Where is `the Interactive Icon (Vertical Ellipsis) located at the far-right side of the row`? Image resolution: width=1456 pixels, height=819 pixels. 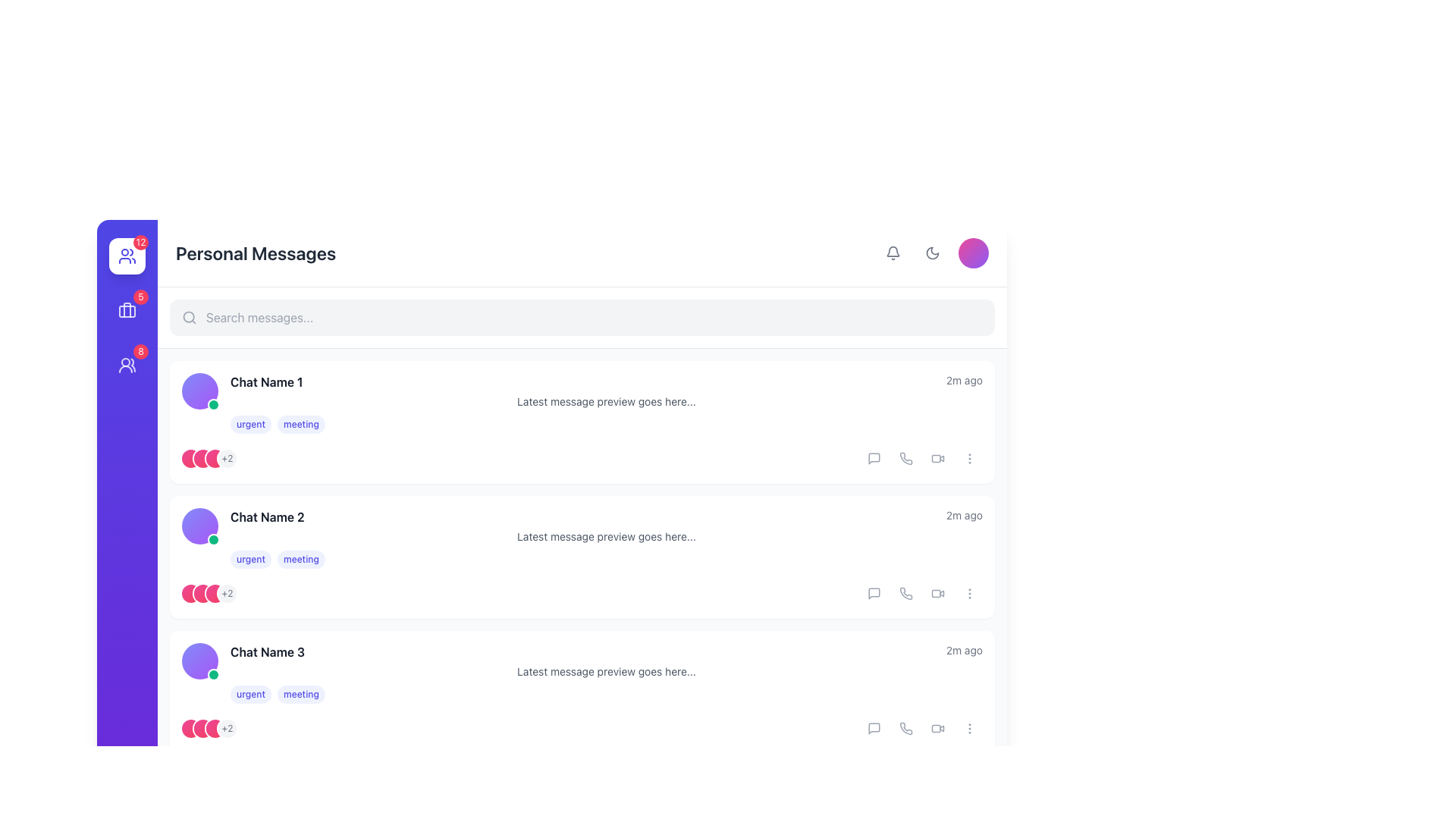 the Interactive Icon (Vertical Ellipsis) located at the far-right side of the row is located at coordinates (968, 458).